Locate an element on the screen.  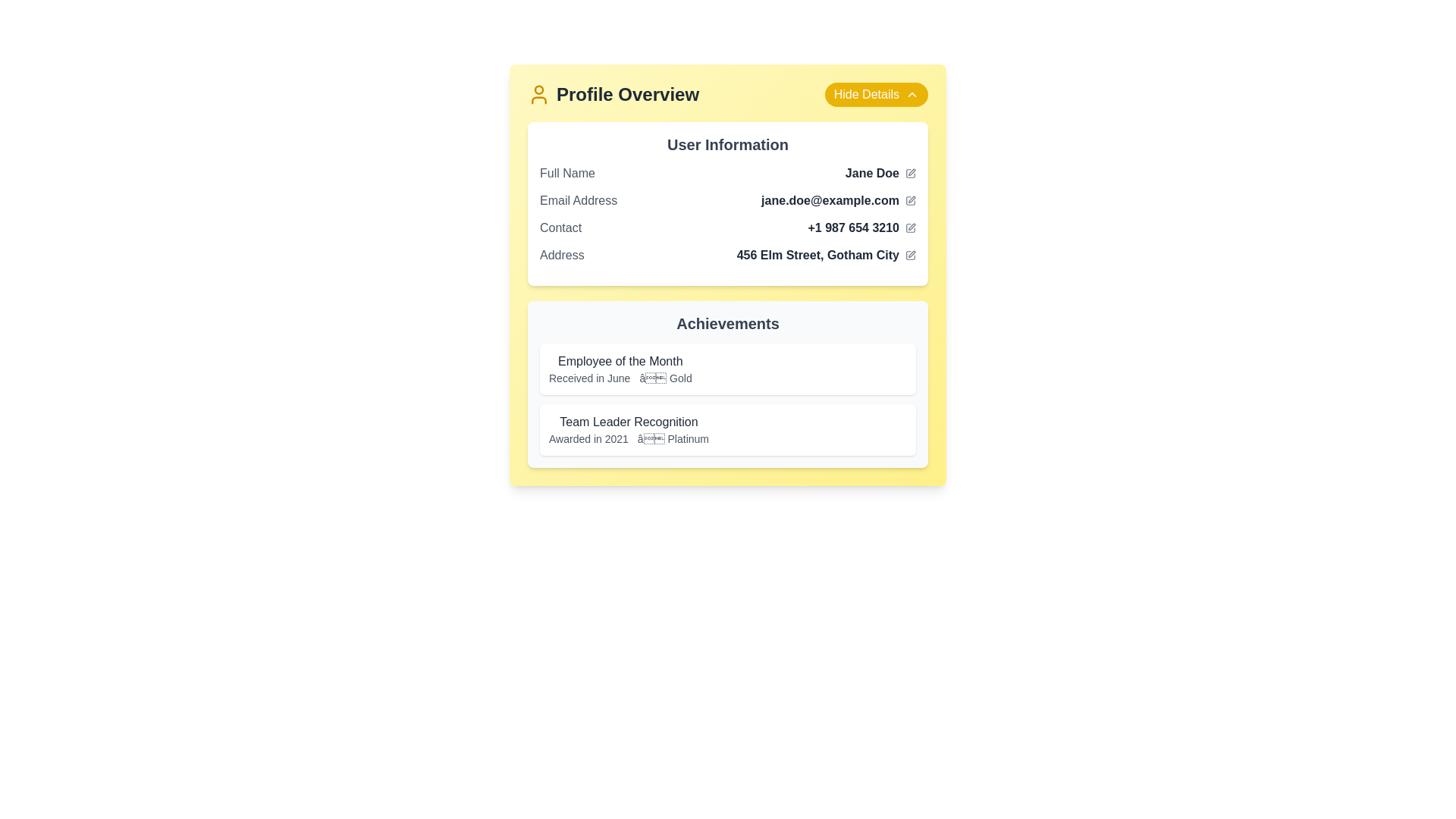
the 'Employee of the Month' text label, which is styled with medium font weight and gray color, positioned at the beginning of the first item in the 'Achievements' section is located at coordinates (620, 362).